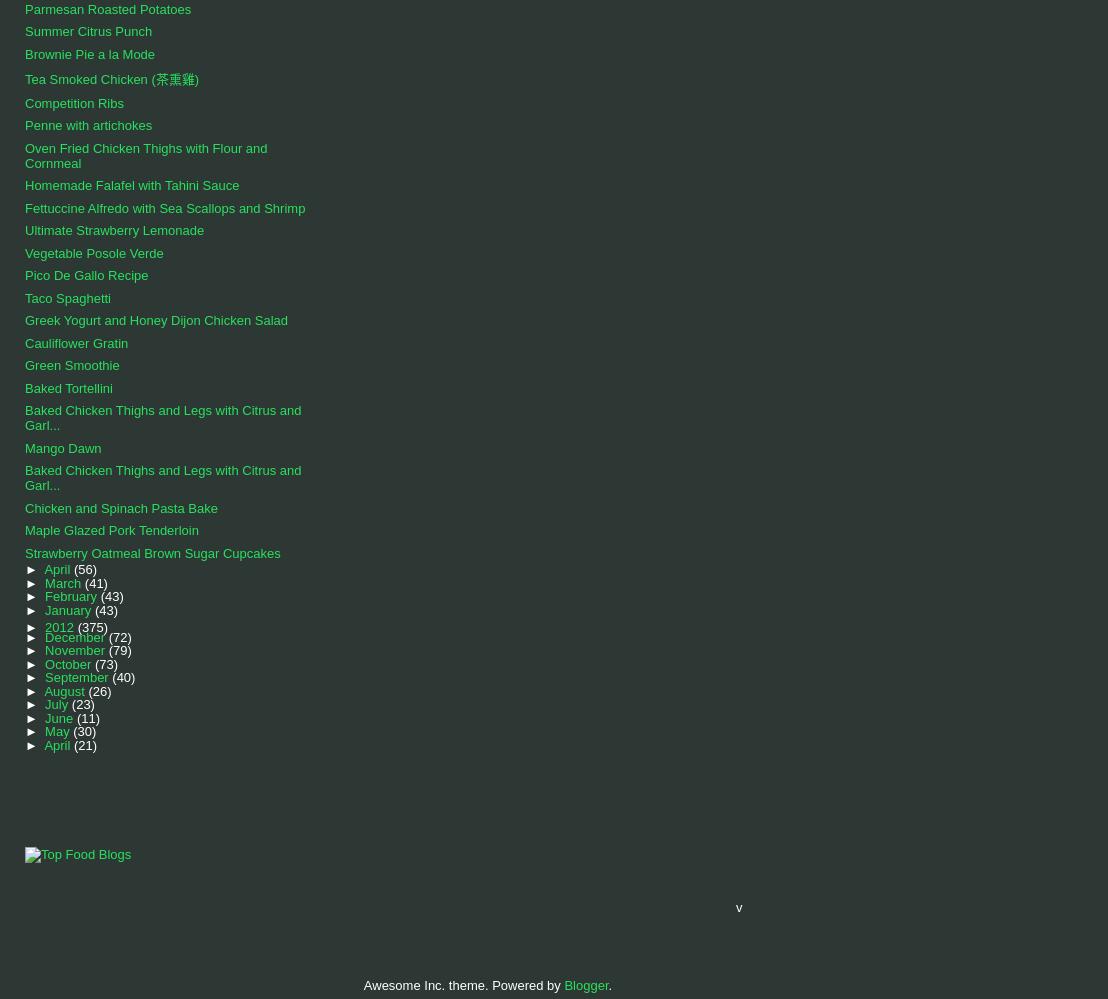 The width and height of the screenshot is (1108, 999). What do you see at coordinates (76, 625) in the screenshot?
I see `'(375)'` at bounding box center [76, 625].